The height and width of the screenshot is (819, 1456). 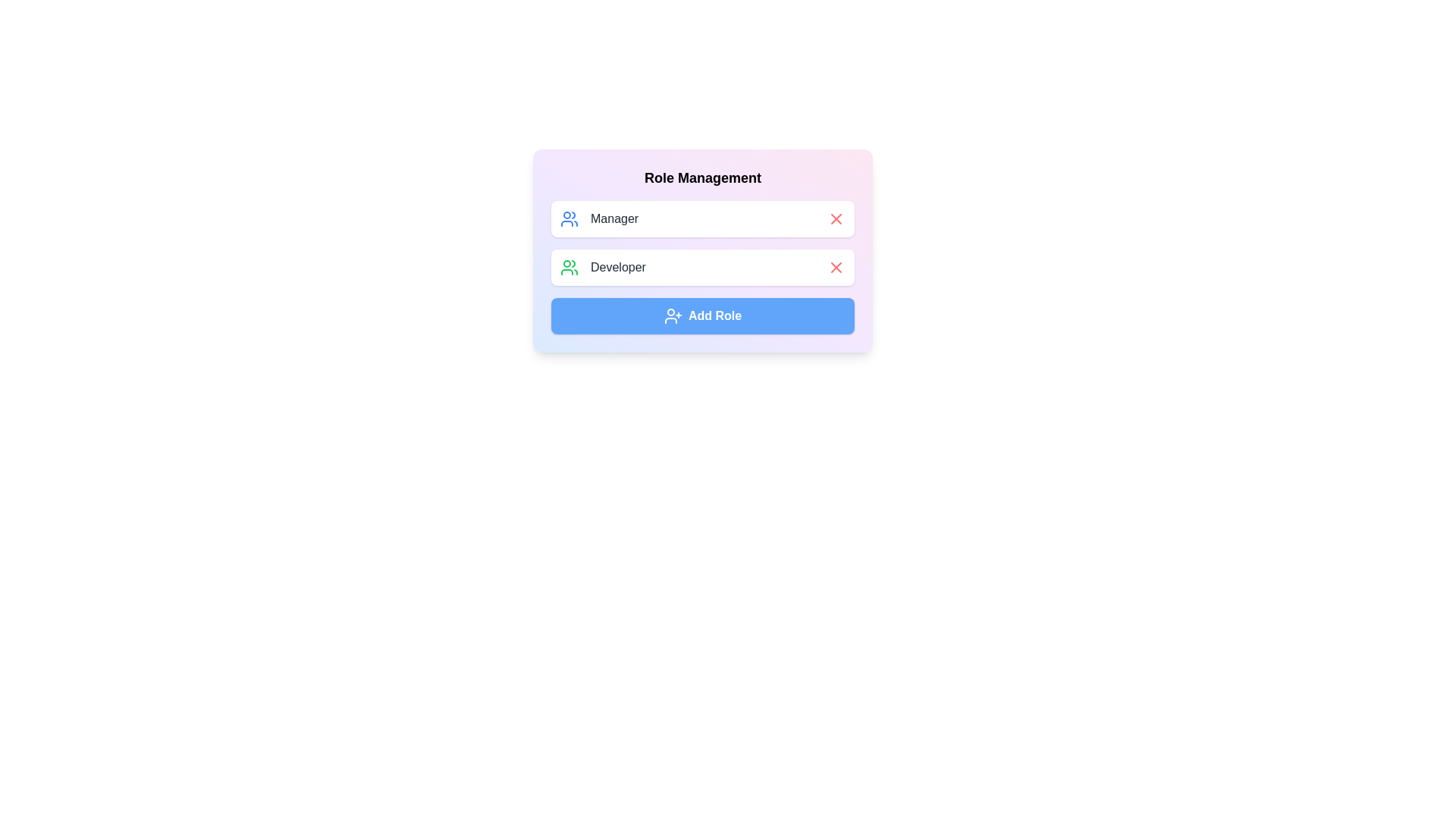 What do you see at coordinates (836, 219) in the screenshot?
I see `'X' button next to Manager to remove it` at bounding box center [836, 219].